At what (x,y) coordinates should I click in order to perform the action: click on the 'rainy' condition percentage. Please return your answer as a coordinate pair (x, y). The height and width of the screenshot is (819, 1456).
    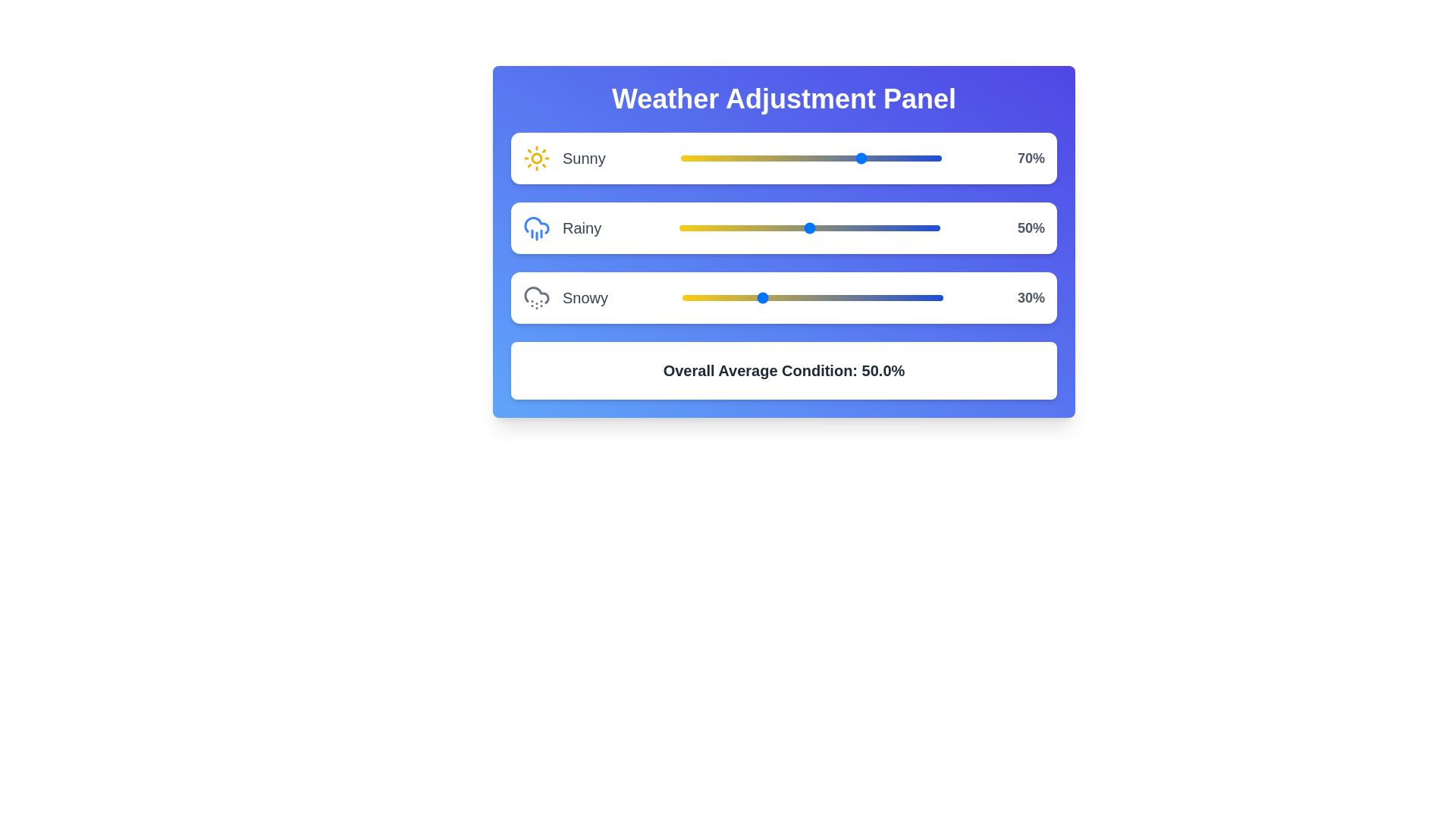
    Looking at the image, I should click on (723, 227).